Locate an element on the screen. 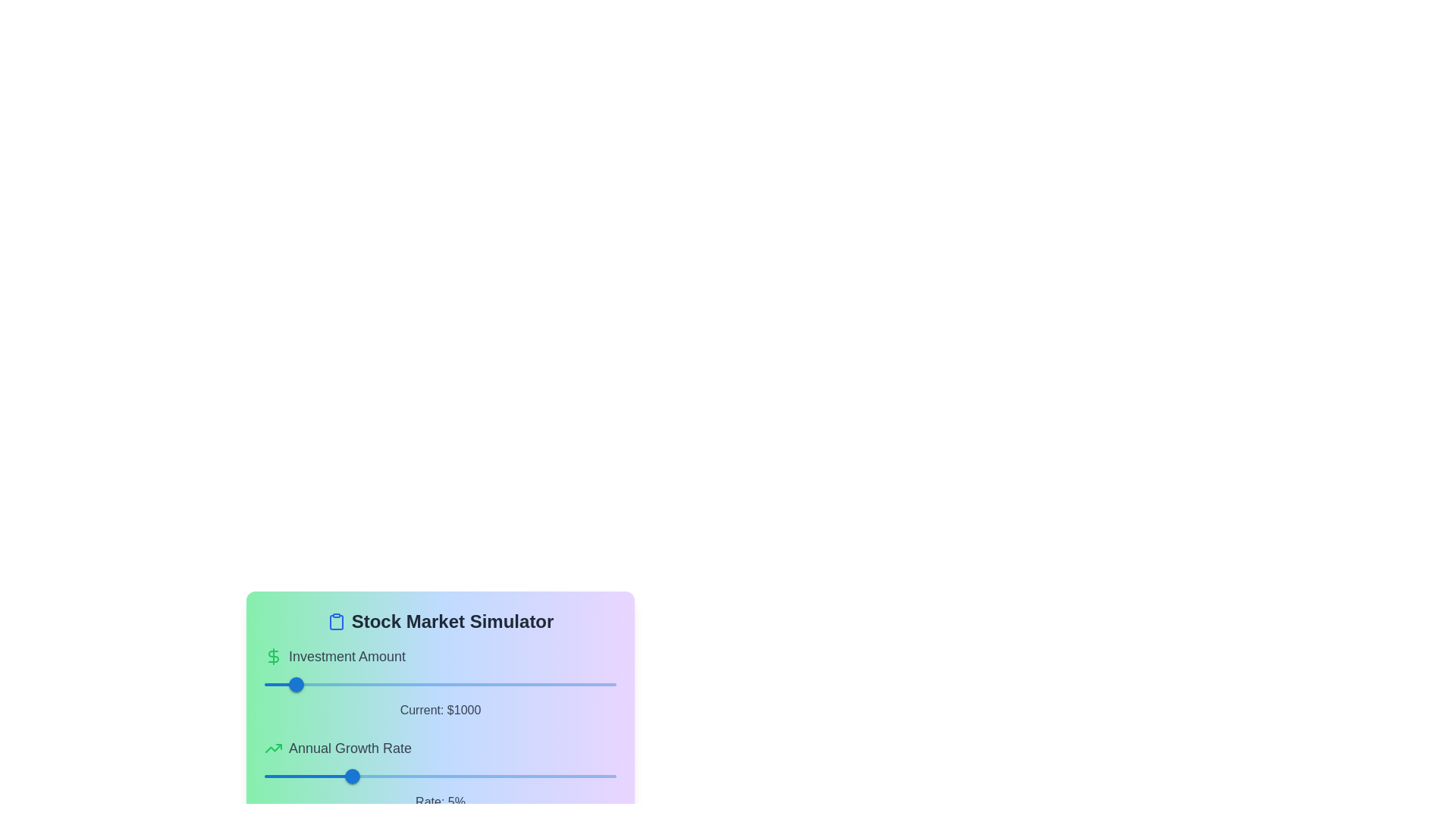  the decorative clipboard icon located to the immediate left of the text 'Stock Market Simulator' in the heading section at the bottom-center of the layout is located at coordinates (335, 622).